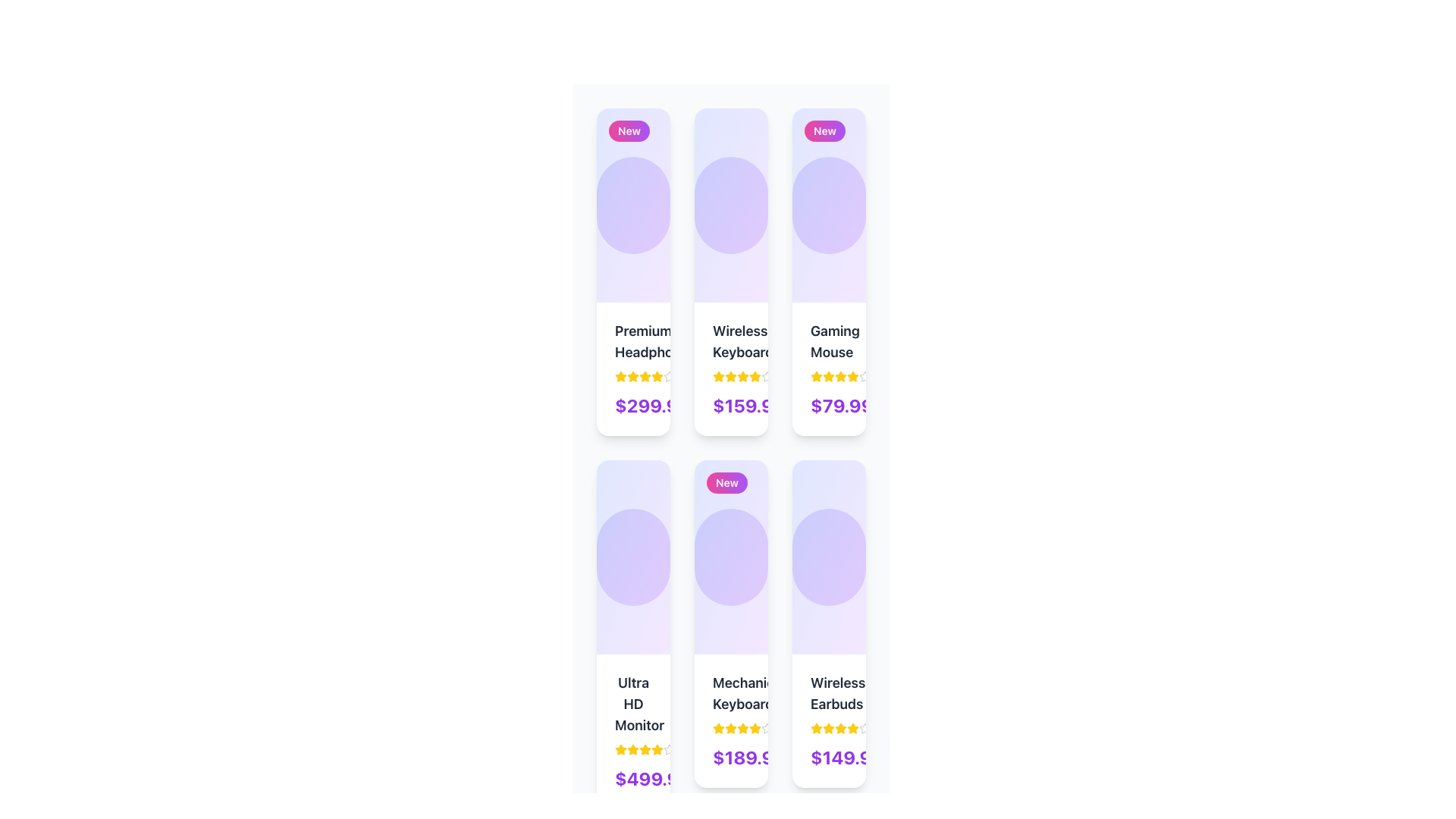 The height and width of the screenshot is (819, 1456). What do you see at coordinates (678, 205) in the screenshot?
I see `the heart-shaped SVG icon that serves as a 'favorite' or 'like' button for the Wireless Keyboard product card, located centrally within the second card in the top row` at bounding box center [678, 205].